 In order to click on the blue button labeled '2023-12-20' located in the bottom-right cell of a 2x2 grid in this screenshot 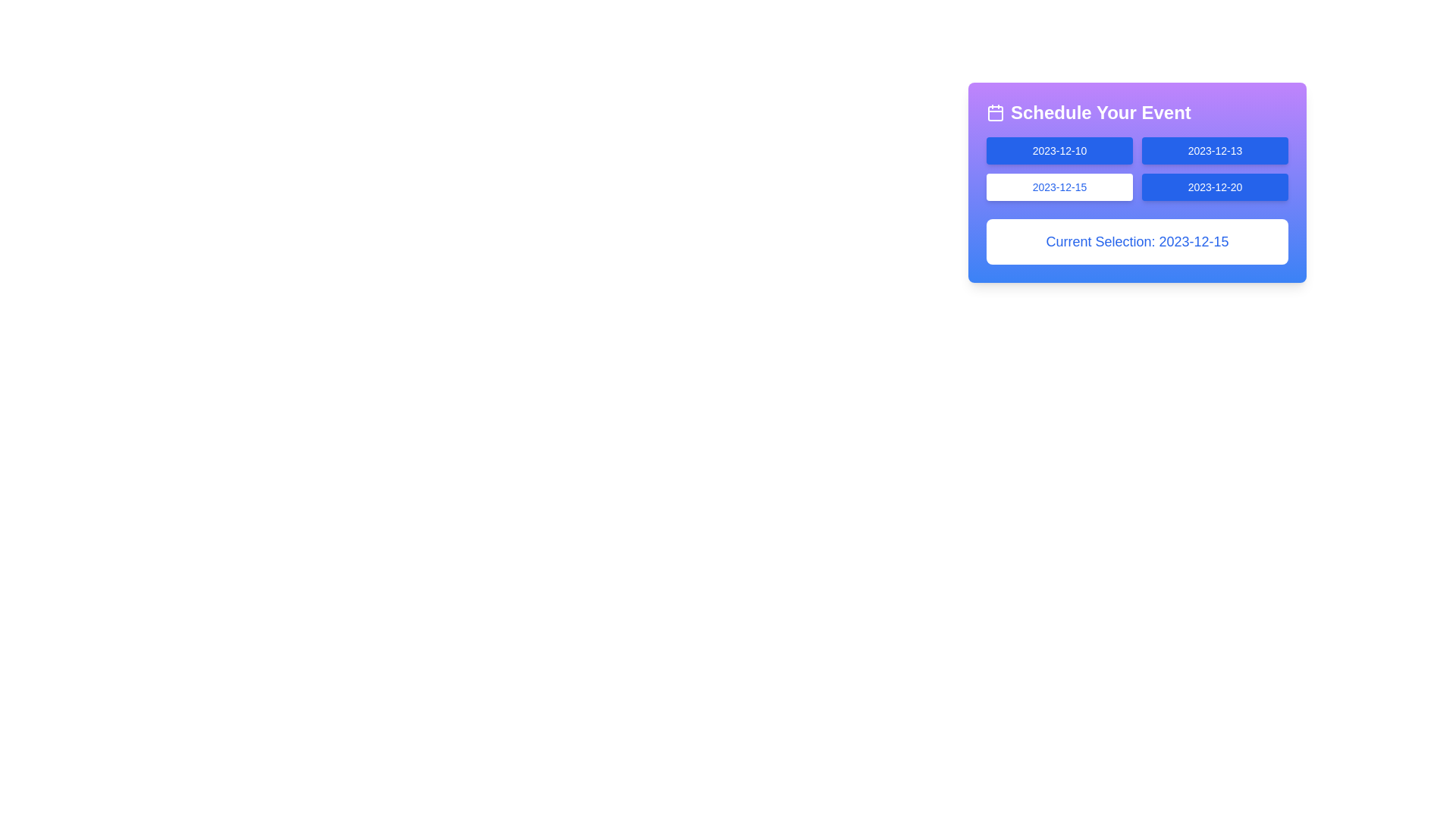, I will do `click(1215, 186)`.